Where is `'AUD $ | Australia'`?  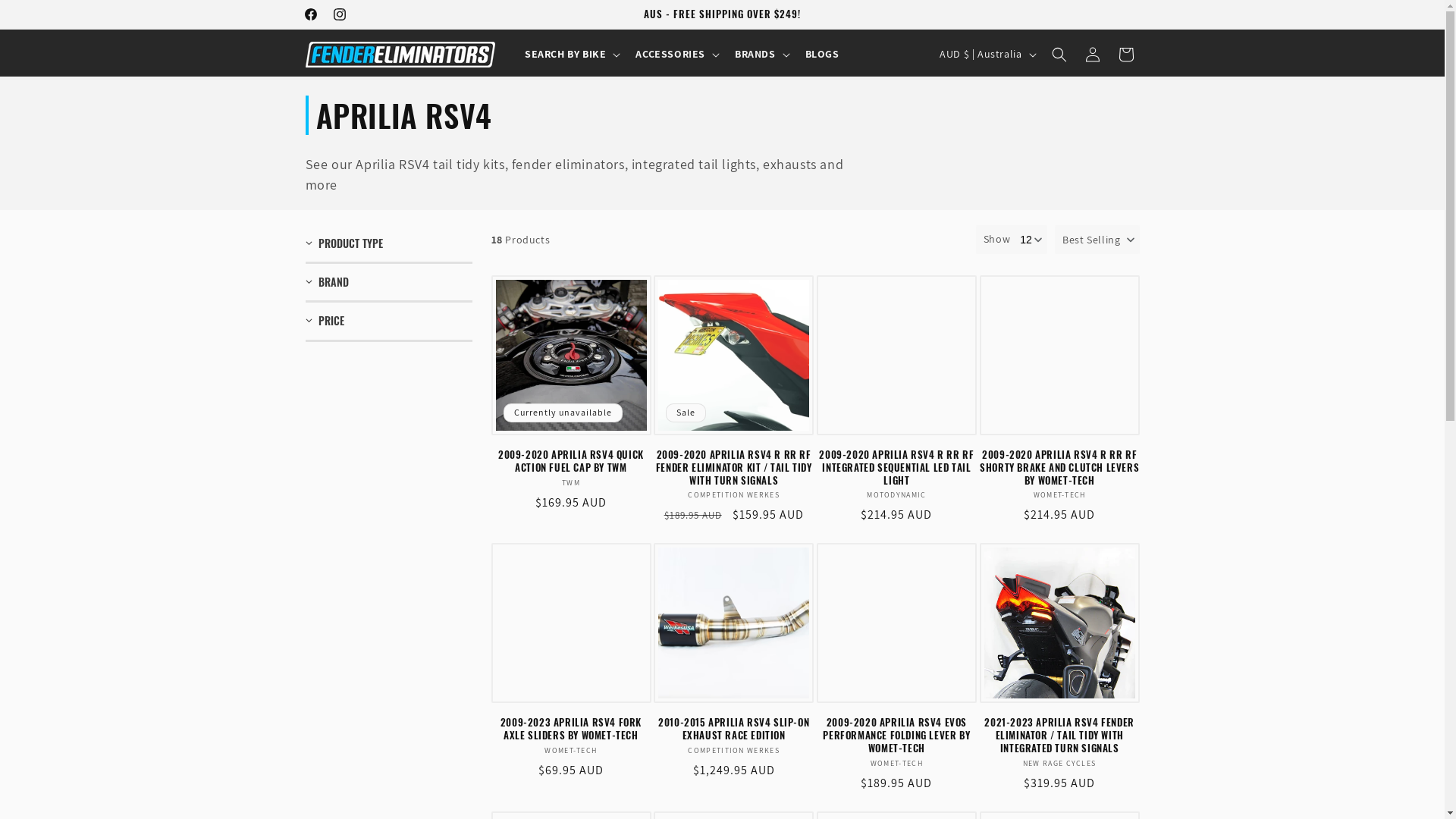 'AUD $ | Australia' is located at coordinates (986, 52).